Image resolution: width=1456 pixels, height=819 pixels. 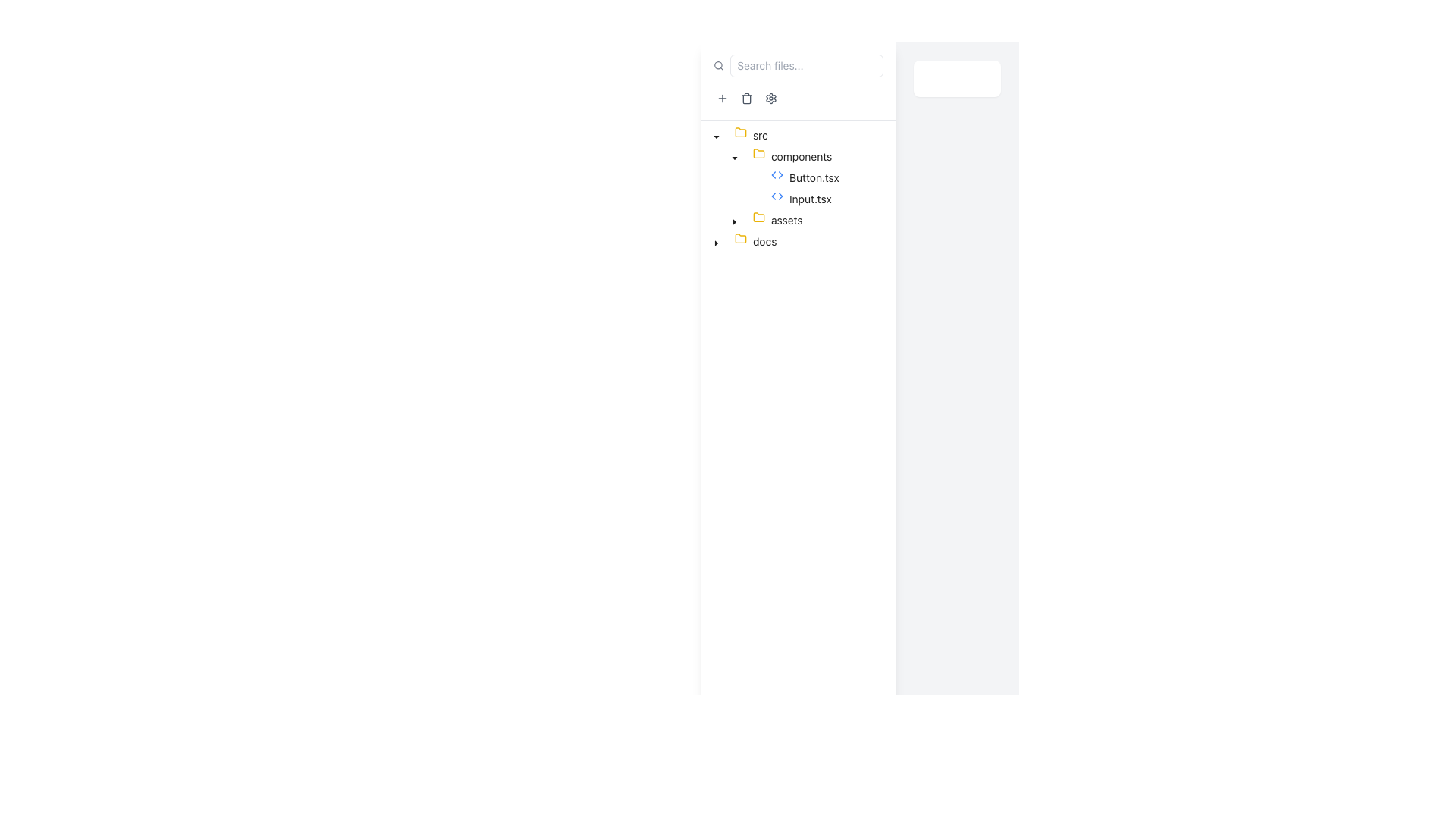 What do you see at coordinates (780, 177) in the screenshot?
I see `the code file icon located to the left of the text label 'Button.tsx' in the file tree structure` at bounding box center [780, 177].